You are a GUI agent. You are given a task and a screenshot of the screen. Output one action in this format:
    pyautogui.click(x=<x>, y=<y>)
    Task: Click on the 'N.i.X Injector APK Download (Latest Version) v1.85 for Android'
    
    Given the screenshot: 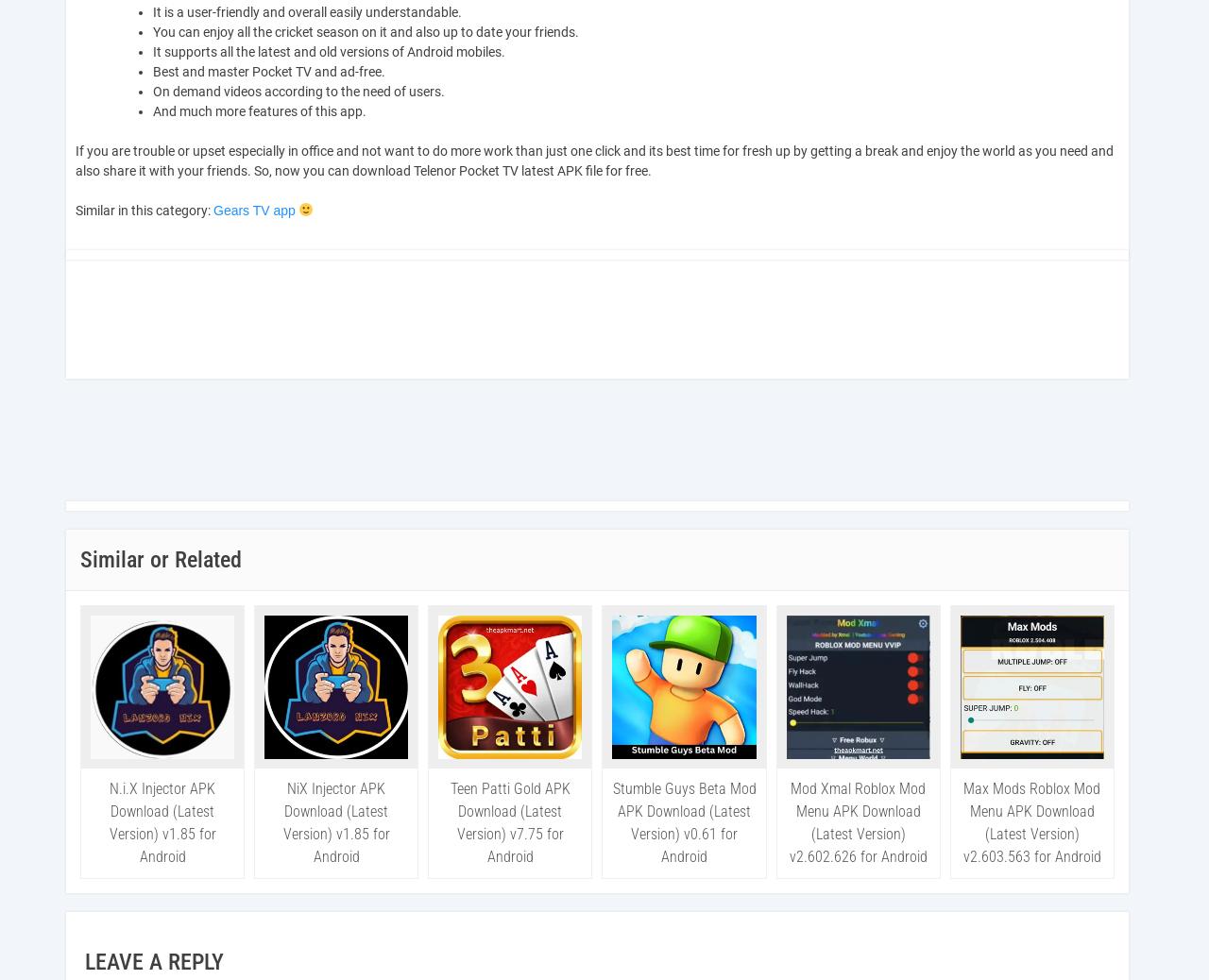 What is the action you would take?
    pyautogui.click(x=162, y=822)
    